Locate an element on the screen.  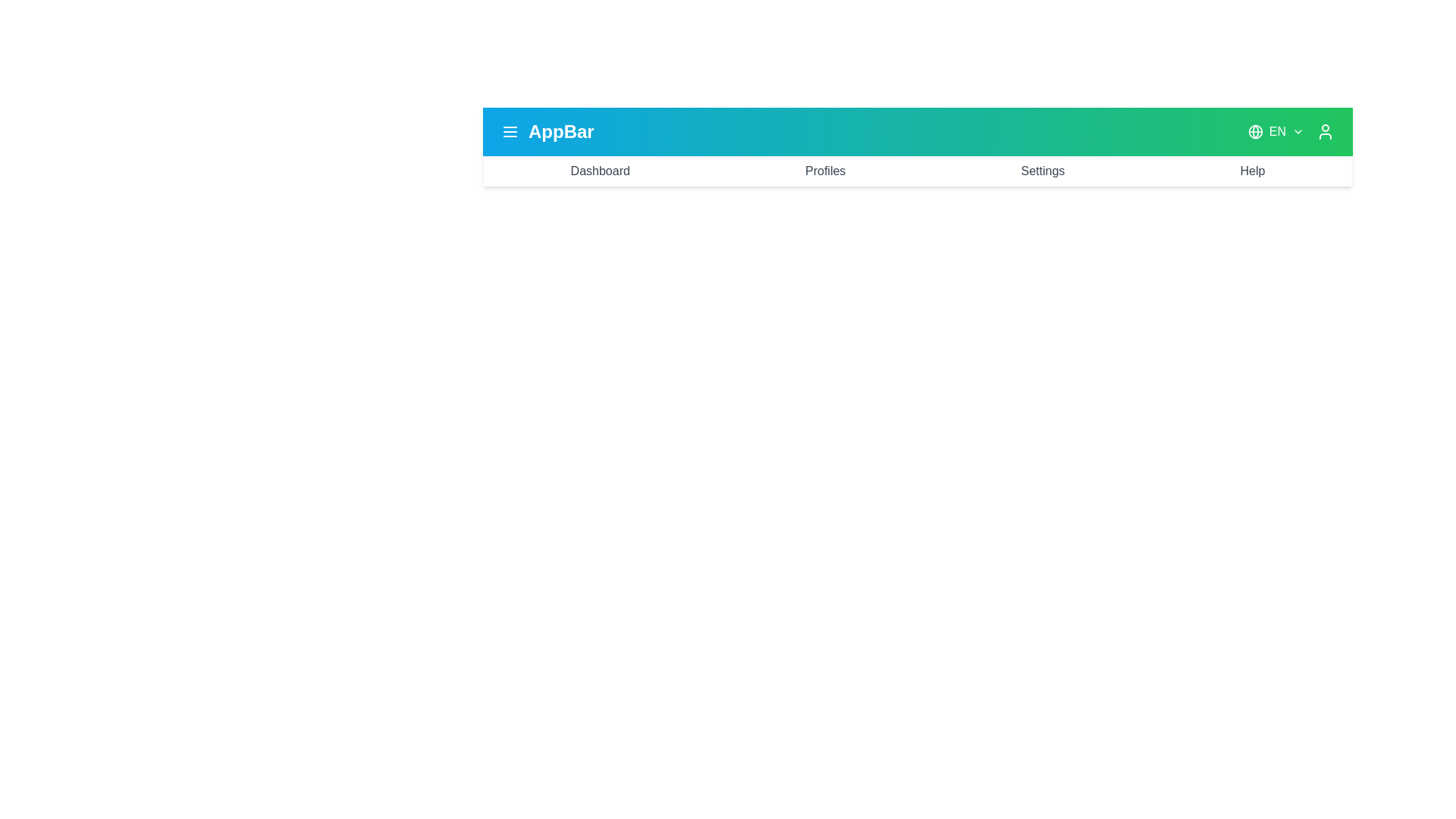
the menu item Profiles to navigate to the corresponding section is located at coordinates (824, 171).